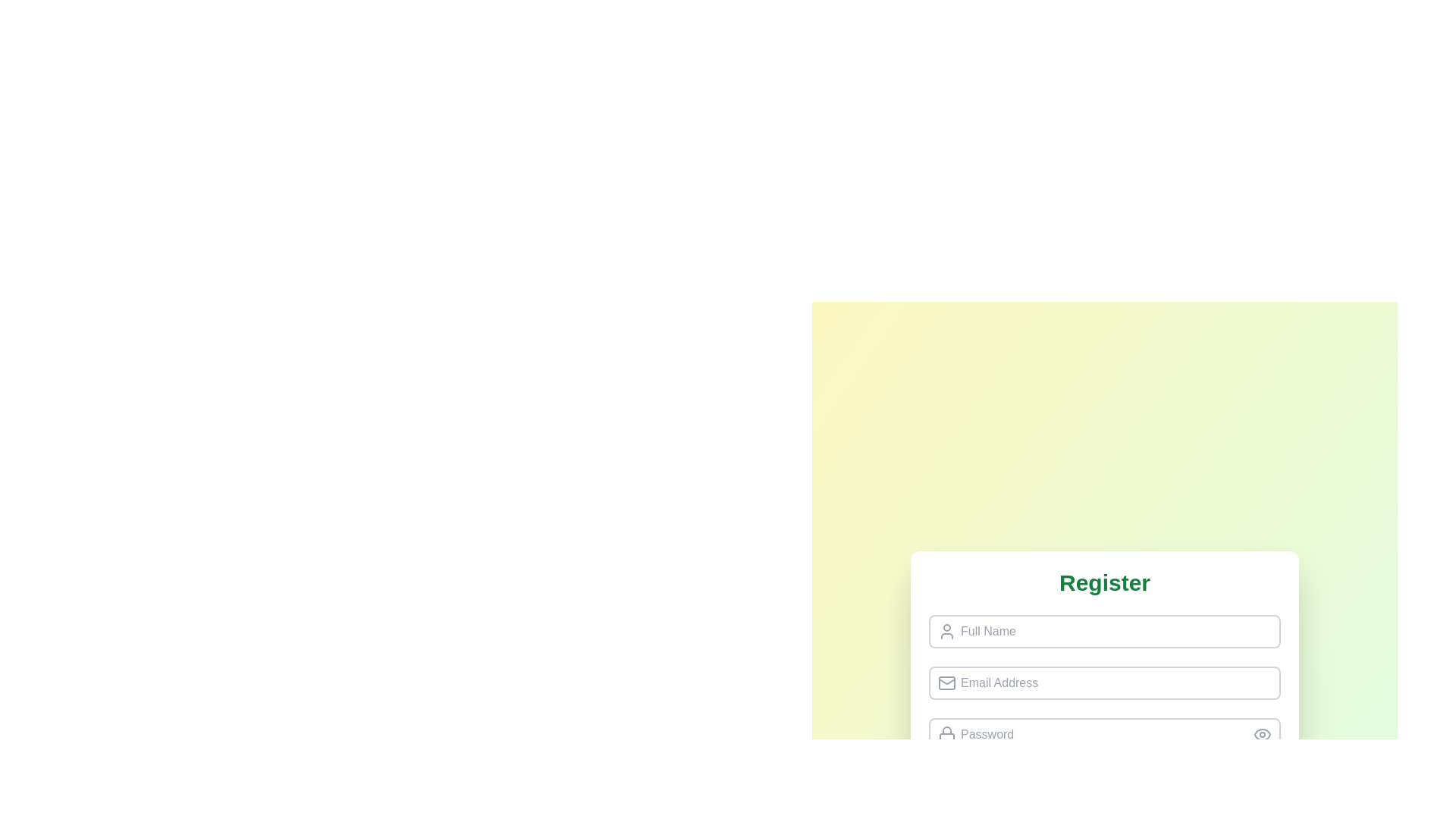 The height and width of the screenshot is (819, 1456). What do you see at coordinates (946, 733) in the screenshot?
I see `the lock icon, which is an SVG element styled in gray, located to the left of the password input field` at bounding box center [946, 733].